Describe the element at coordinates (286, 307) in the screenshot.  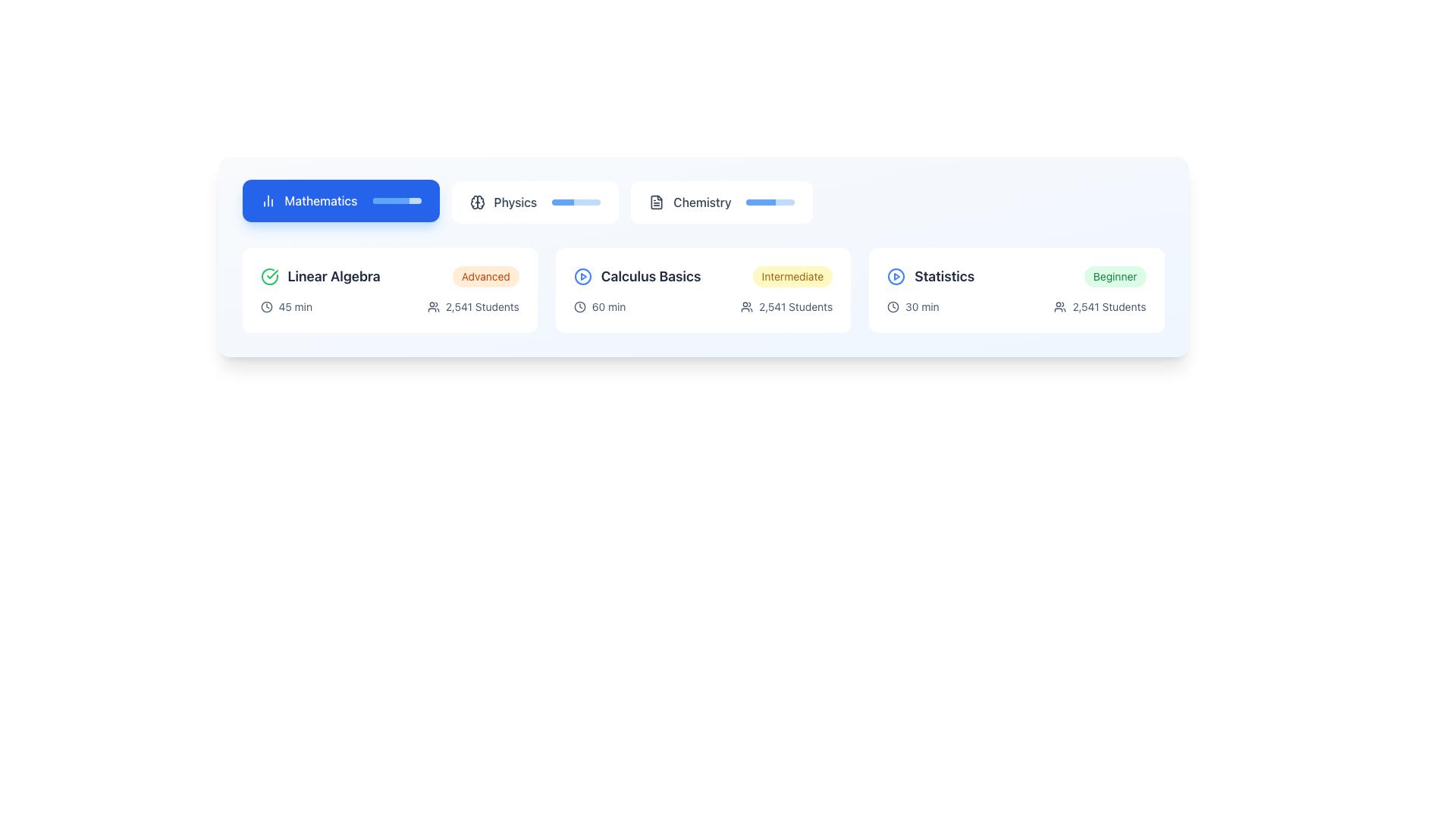
I see `information from the Metadata indicator element displaying '45 min' next to the user count in the 'Linear Algebra' course card` at that location.